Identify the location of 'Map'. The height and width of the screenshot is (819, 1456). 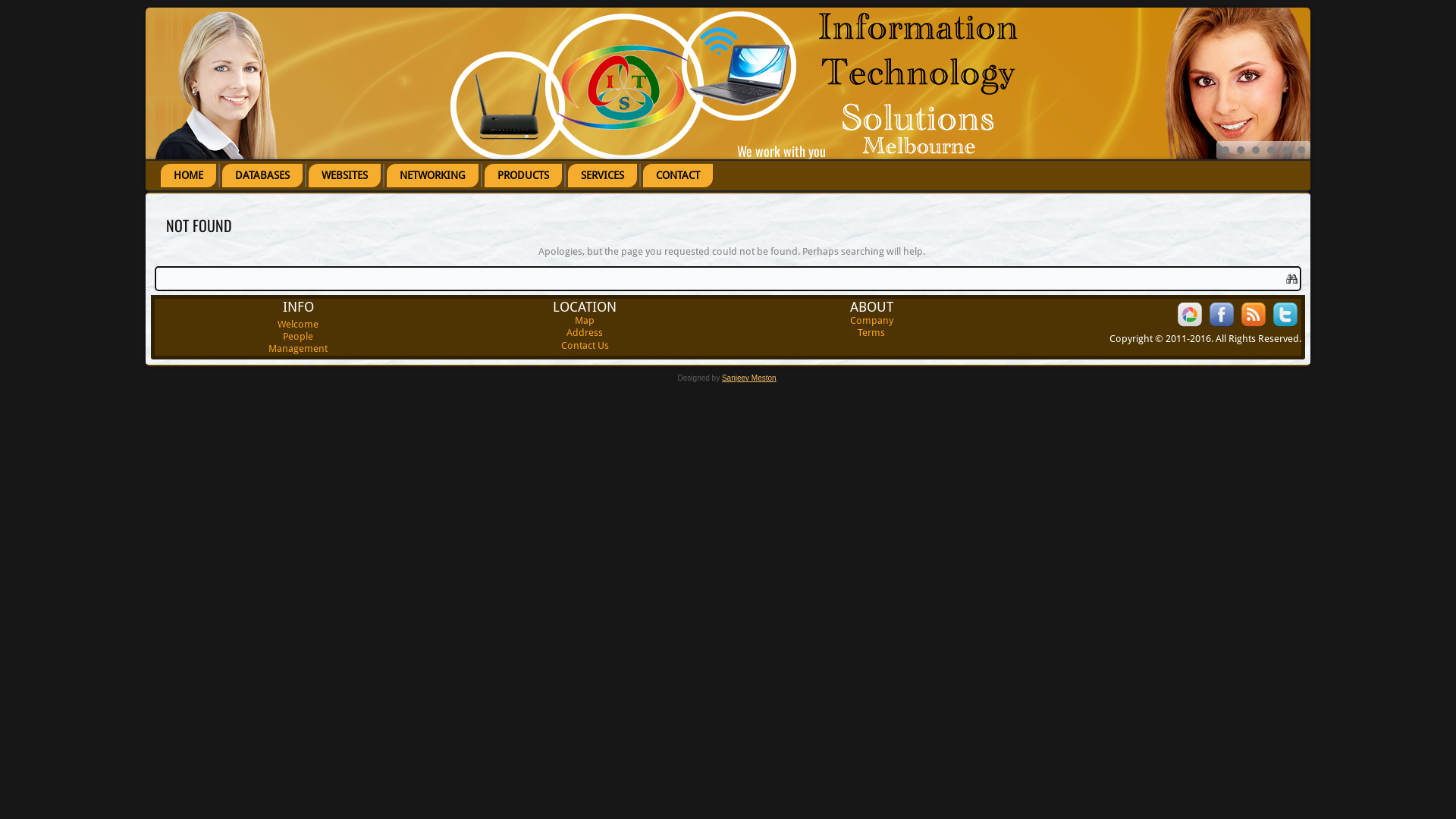
(574, 319).